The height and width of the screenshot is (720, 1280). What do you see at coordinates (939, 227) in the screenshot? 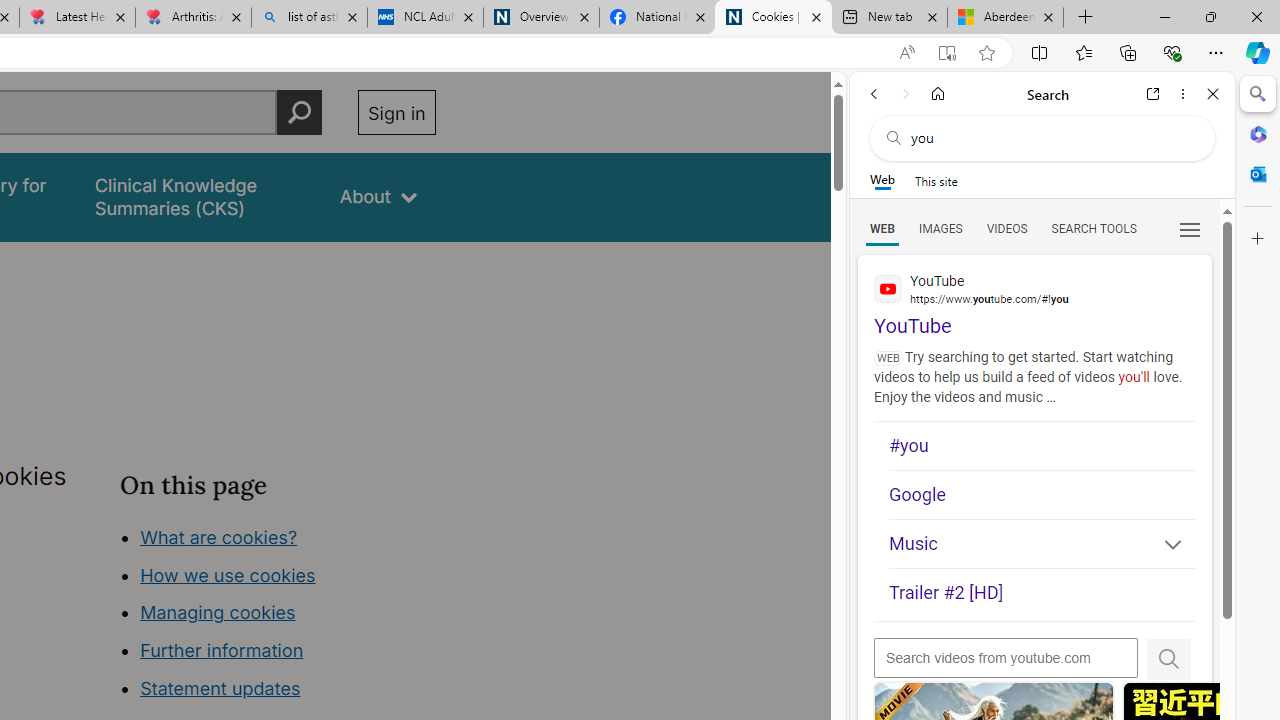
I see `'IMAGES'` at bounding box center [939, 227].